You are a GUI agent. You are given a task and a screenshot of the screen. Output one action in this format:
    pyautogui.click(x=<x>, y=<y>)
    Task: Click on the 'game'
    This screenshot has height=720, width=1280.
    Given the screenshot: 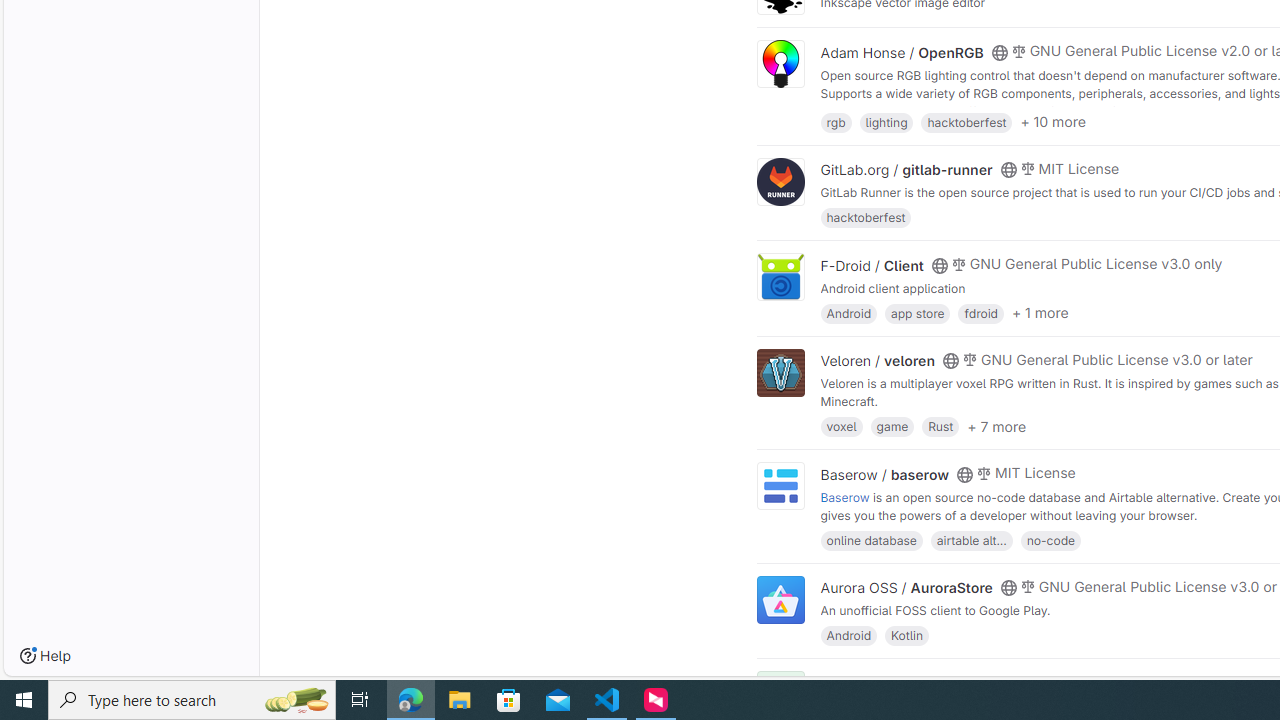 What is the action you would take?
    pyautogui.click(x=891, y=425)
    